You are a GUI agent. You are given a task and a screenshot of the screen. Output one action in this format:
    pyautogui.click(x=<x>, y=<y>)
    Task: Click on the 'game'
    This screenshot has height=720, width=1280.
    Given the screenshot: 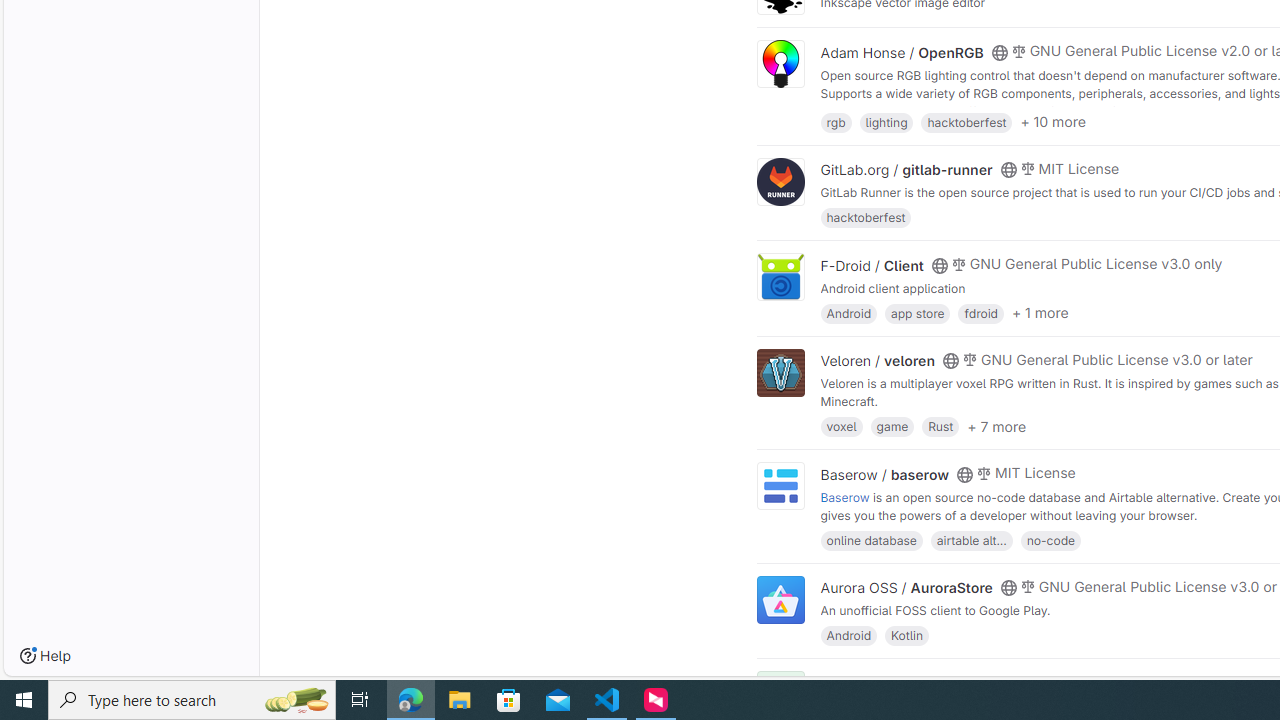 What is the action you would take?
    pyautogui.click(x=891, y=425)
    